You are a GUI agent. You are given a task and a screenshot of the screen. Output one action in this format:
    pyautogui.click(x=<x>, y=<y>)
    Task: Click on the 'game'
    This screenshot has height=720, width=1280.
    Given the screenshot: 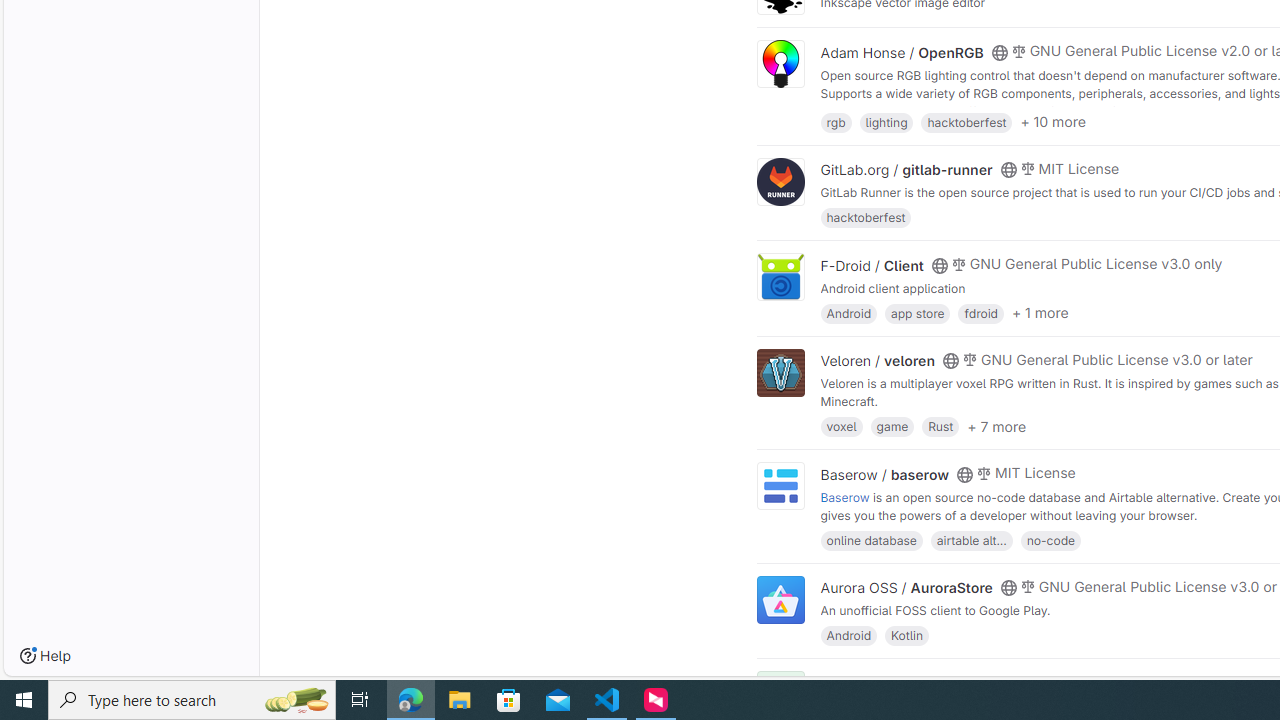 What is the action you would take?
    pyautogui.click(x=891, y=425)
    